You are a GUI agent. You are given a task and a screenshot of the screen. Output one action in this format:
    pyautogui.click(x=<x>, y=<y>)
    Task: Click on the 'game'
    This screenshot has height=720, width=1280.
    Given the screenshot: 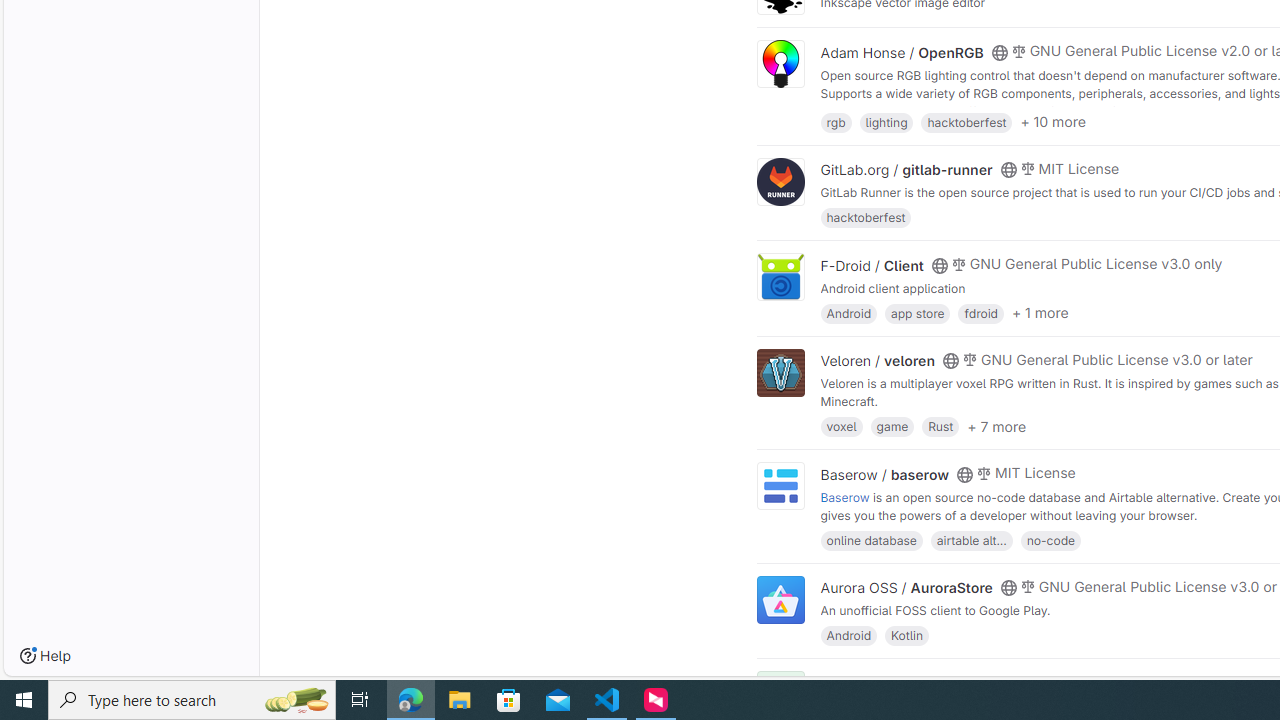 What is the action you would take?
    pyautogui.click(x=891, y=425)
    